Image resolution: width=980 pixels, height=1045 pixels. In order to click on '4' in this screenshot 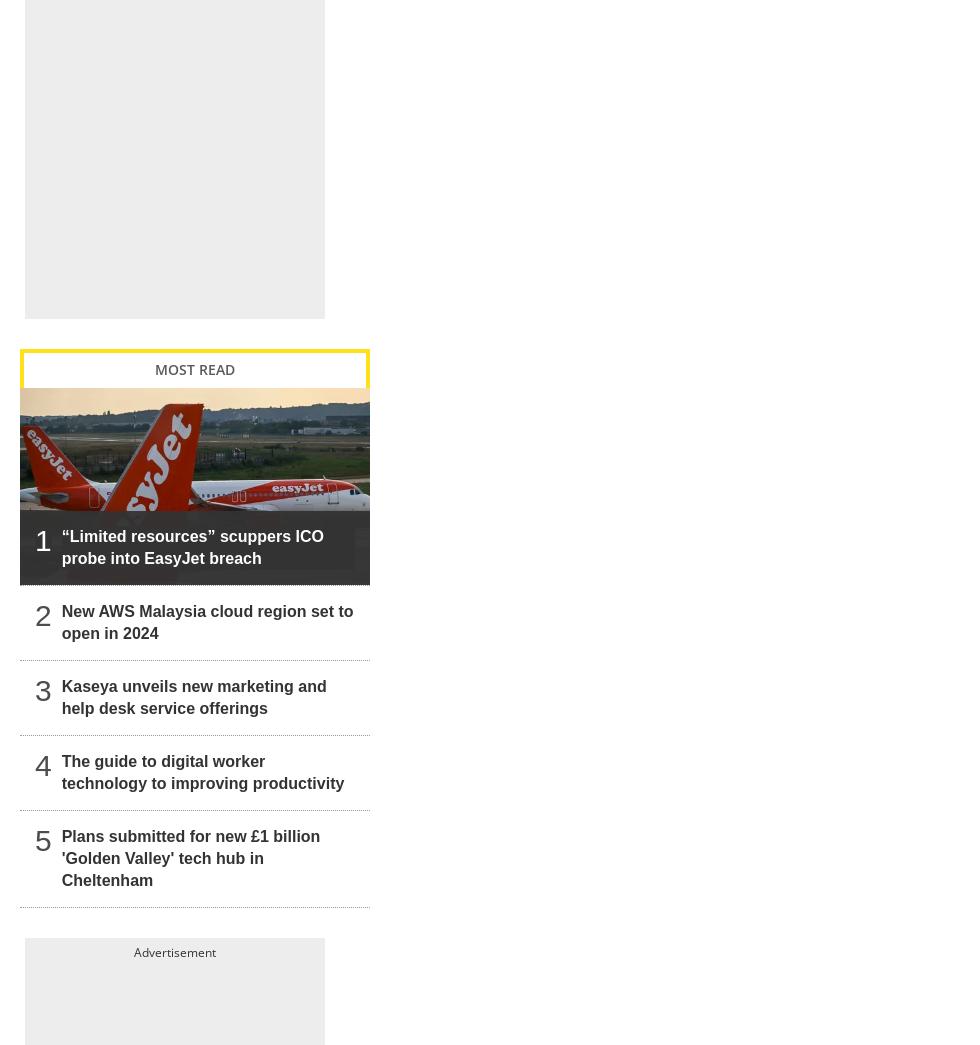, I will do `click(43, 743)`.